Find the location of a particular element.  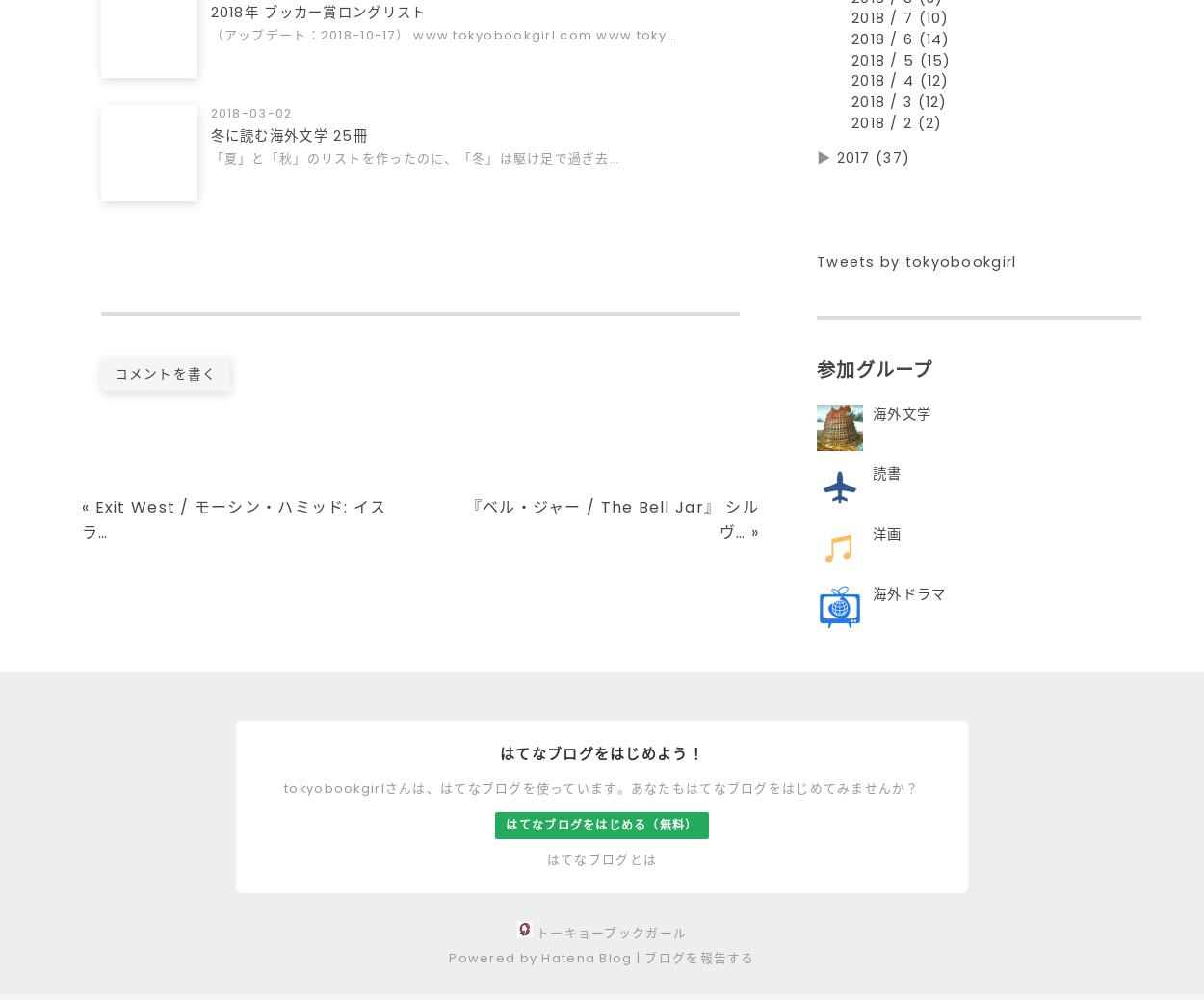

'2018 / 6' is located at coordinates (884, 47).